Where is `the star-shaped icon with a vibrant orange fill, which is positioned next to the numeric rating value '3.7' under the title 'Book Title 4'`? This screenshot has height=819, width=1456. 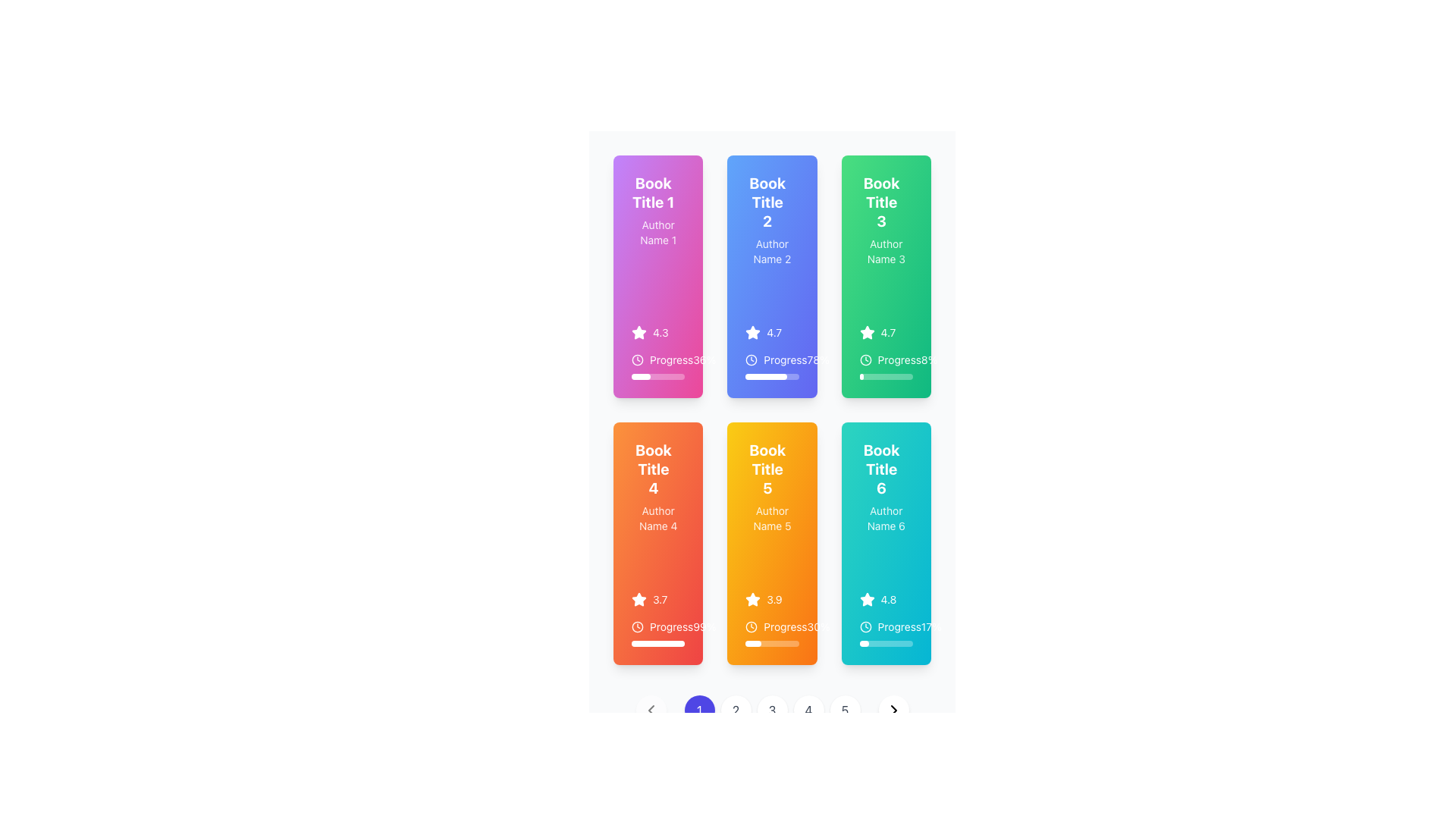
the star-shaped icon with a vibrant orange fill, which is positioned next to the numeric rating value '3.7' under the title 'Book Title 4' is located at coordinates (639, 598).